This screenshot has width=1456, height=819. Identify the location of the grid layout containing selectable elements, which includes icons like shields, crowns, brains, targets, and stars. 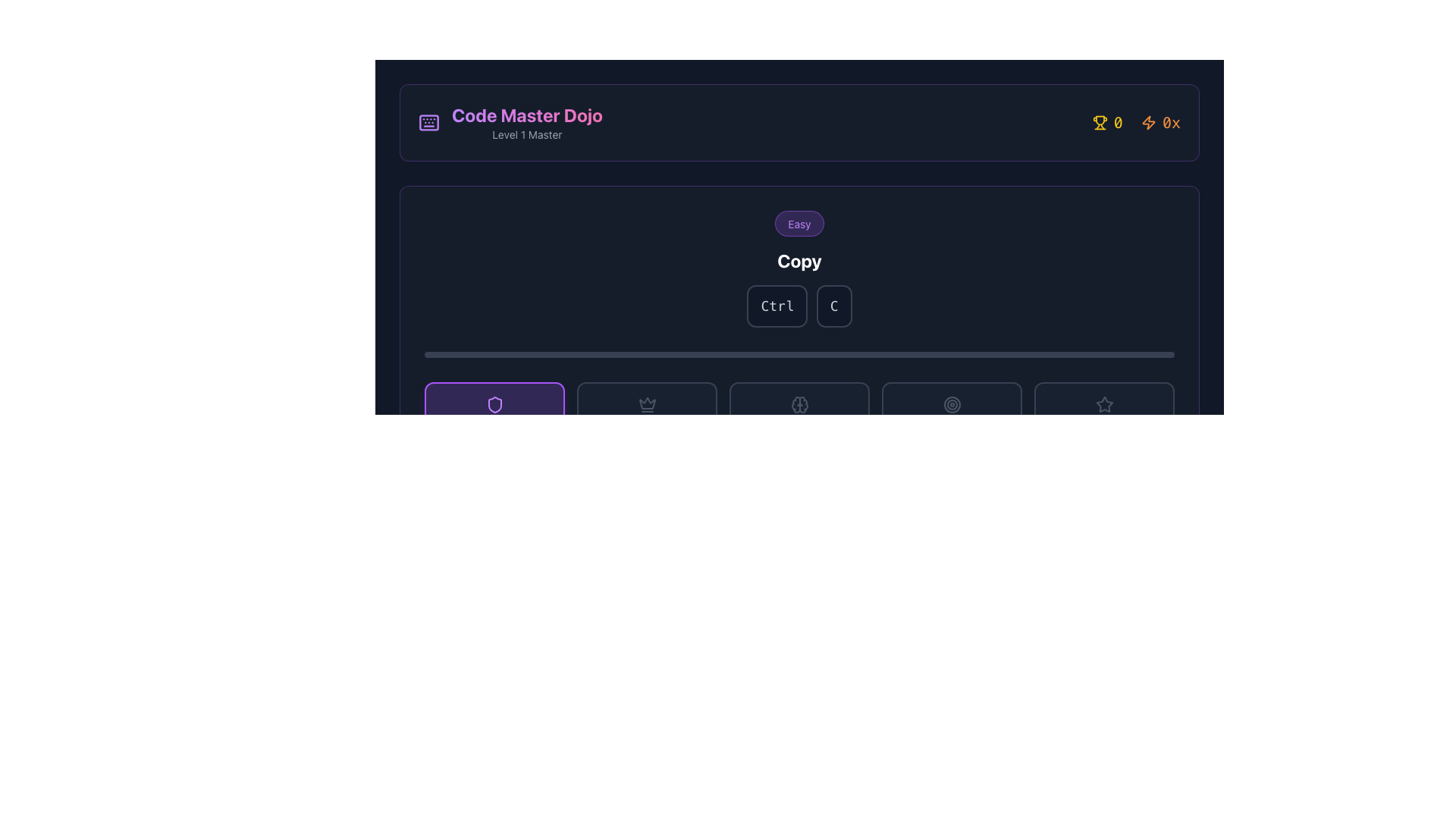
(799, 403).